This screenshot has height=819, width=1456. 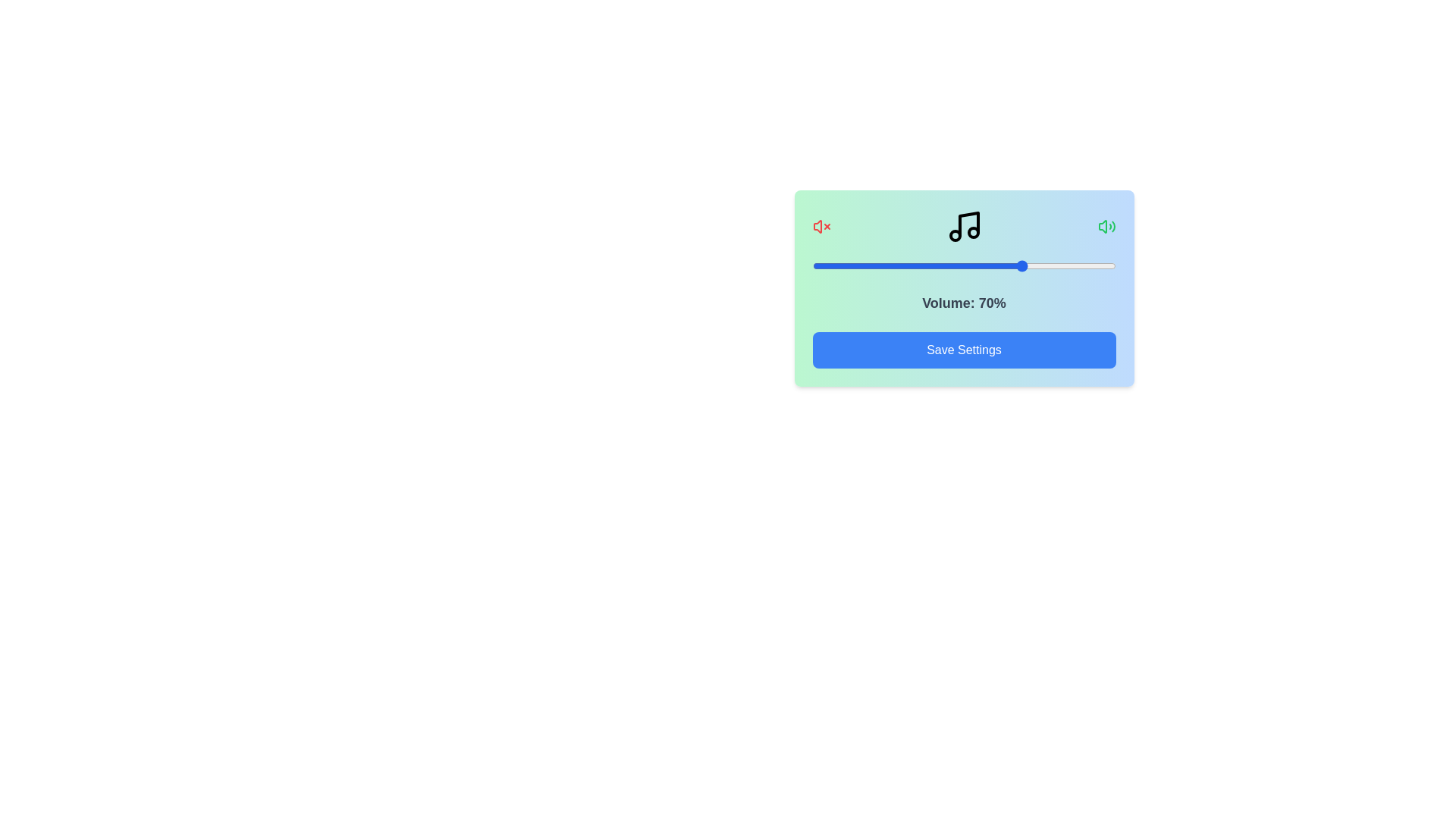 What do you see at coordinates (1028, 265) in the screenshot?
I see `the volume slider to set the volume to 71%` at bounding box center [1028, 265].